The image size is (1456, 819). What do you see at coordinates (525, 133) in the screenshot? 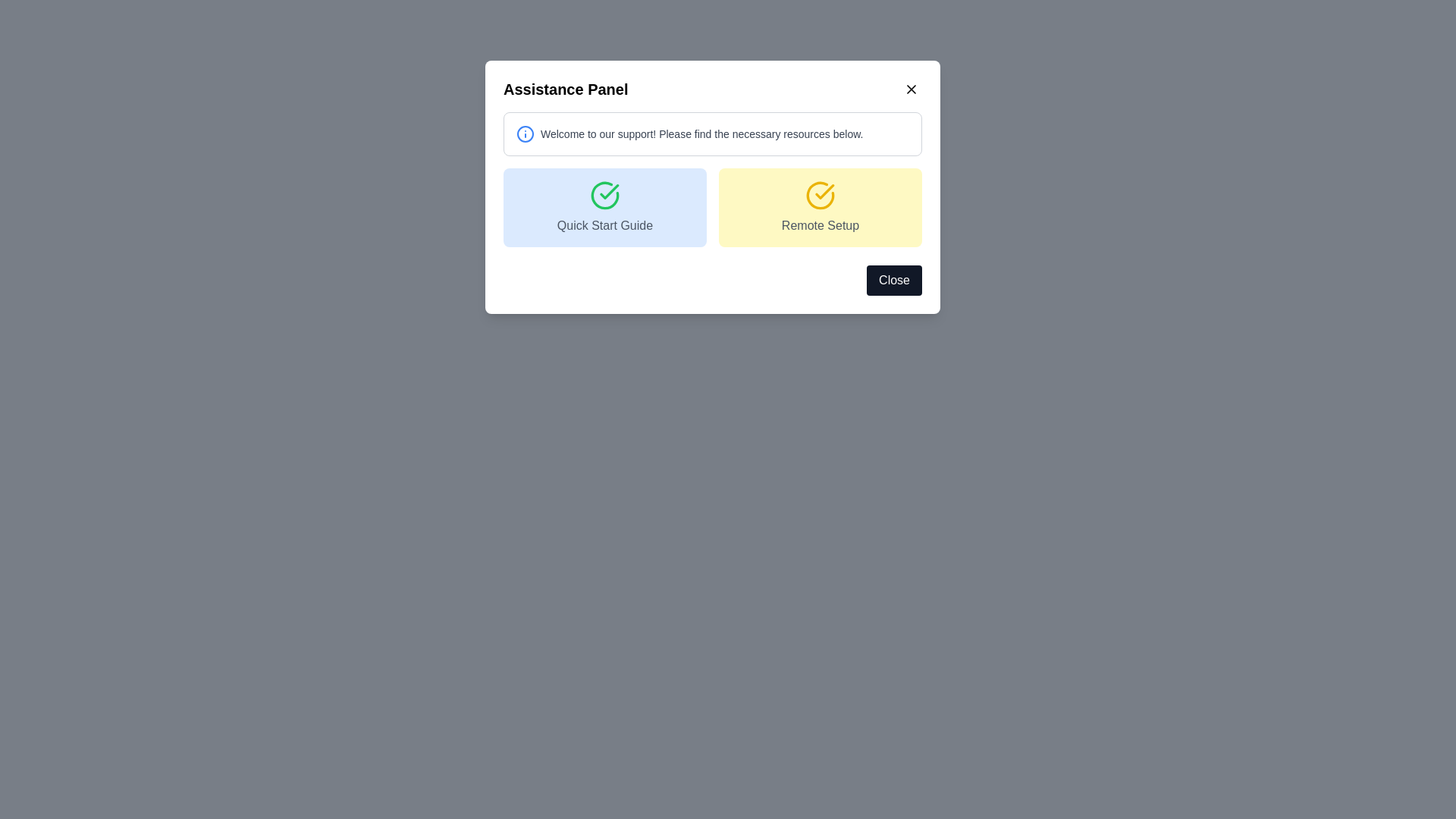
I see `informational icon located to the left of the text 'Welcome to our support! Please find the necessary resources below.' in the Assistance Panel by clicking on it` at bounding box center [525, 133].